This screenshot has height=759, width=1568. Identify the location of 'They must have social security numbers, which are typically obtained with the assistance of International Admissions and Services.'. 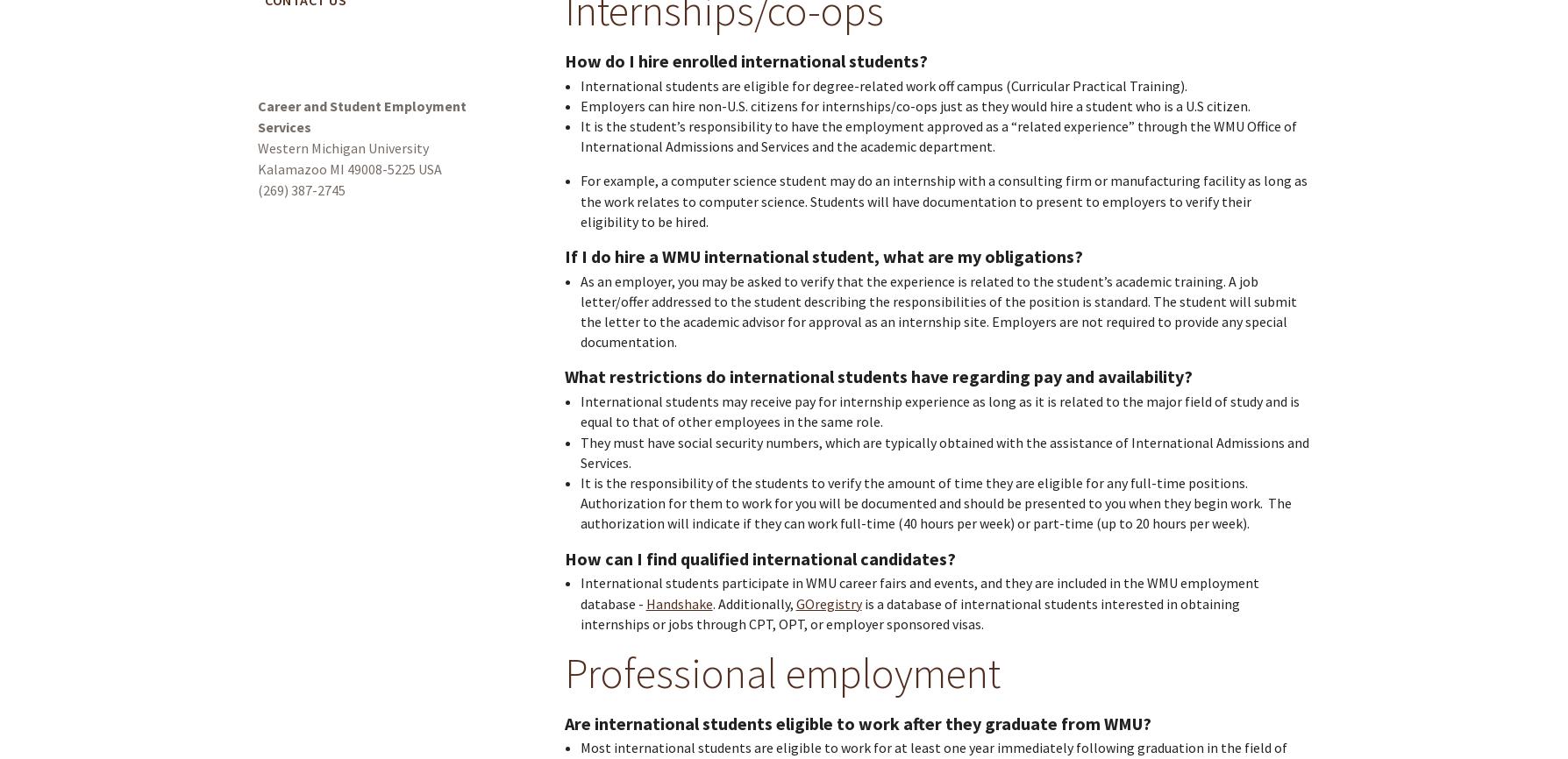
(580, 451).